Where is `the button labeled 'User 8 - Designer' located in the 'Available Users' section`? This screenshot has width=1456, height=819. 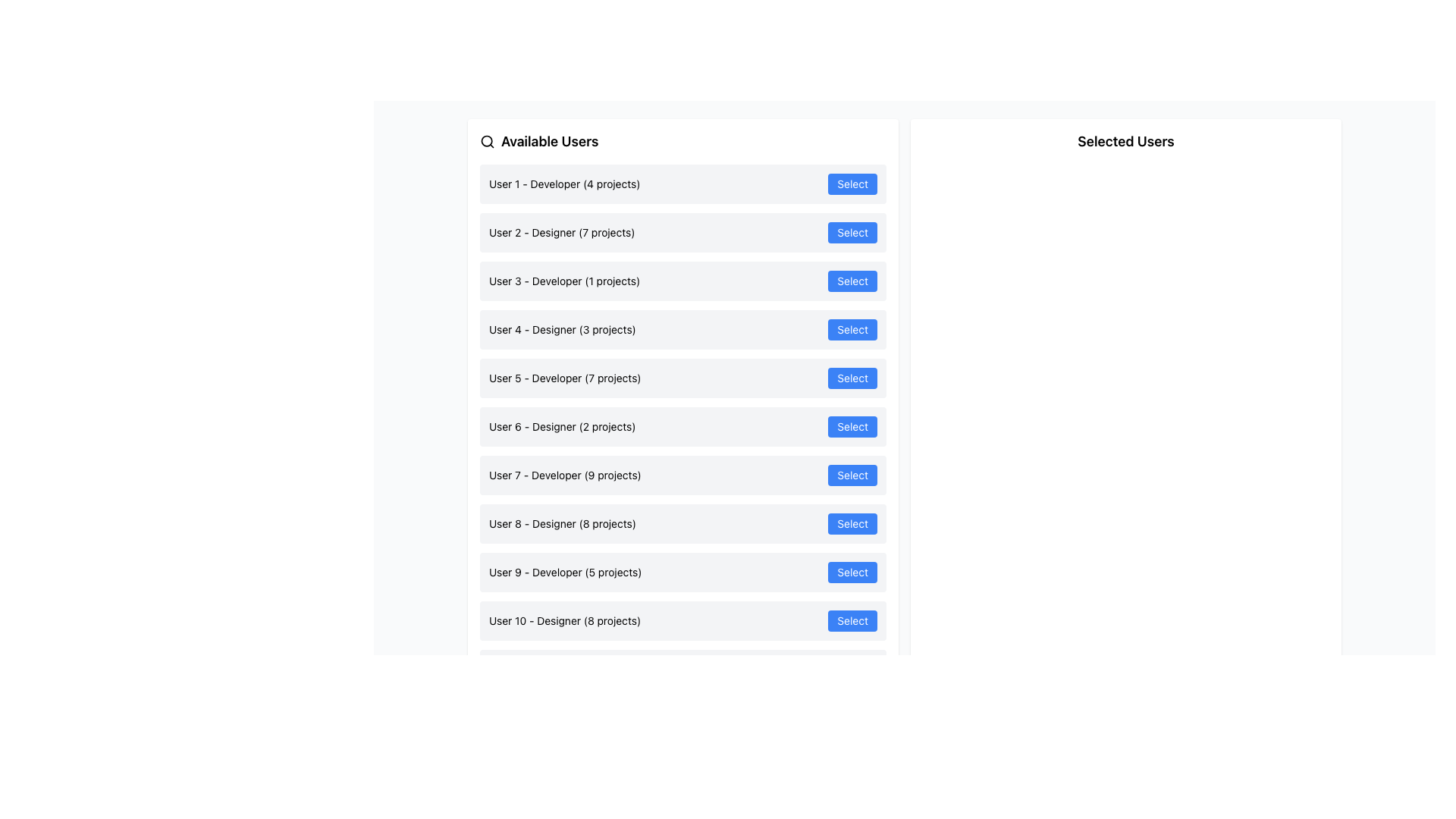 the button labeled 'User 8 - Designer' located in the 'Available Users' section is located at coordinates (852, 522).